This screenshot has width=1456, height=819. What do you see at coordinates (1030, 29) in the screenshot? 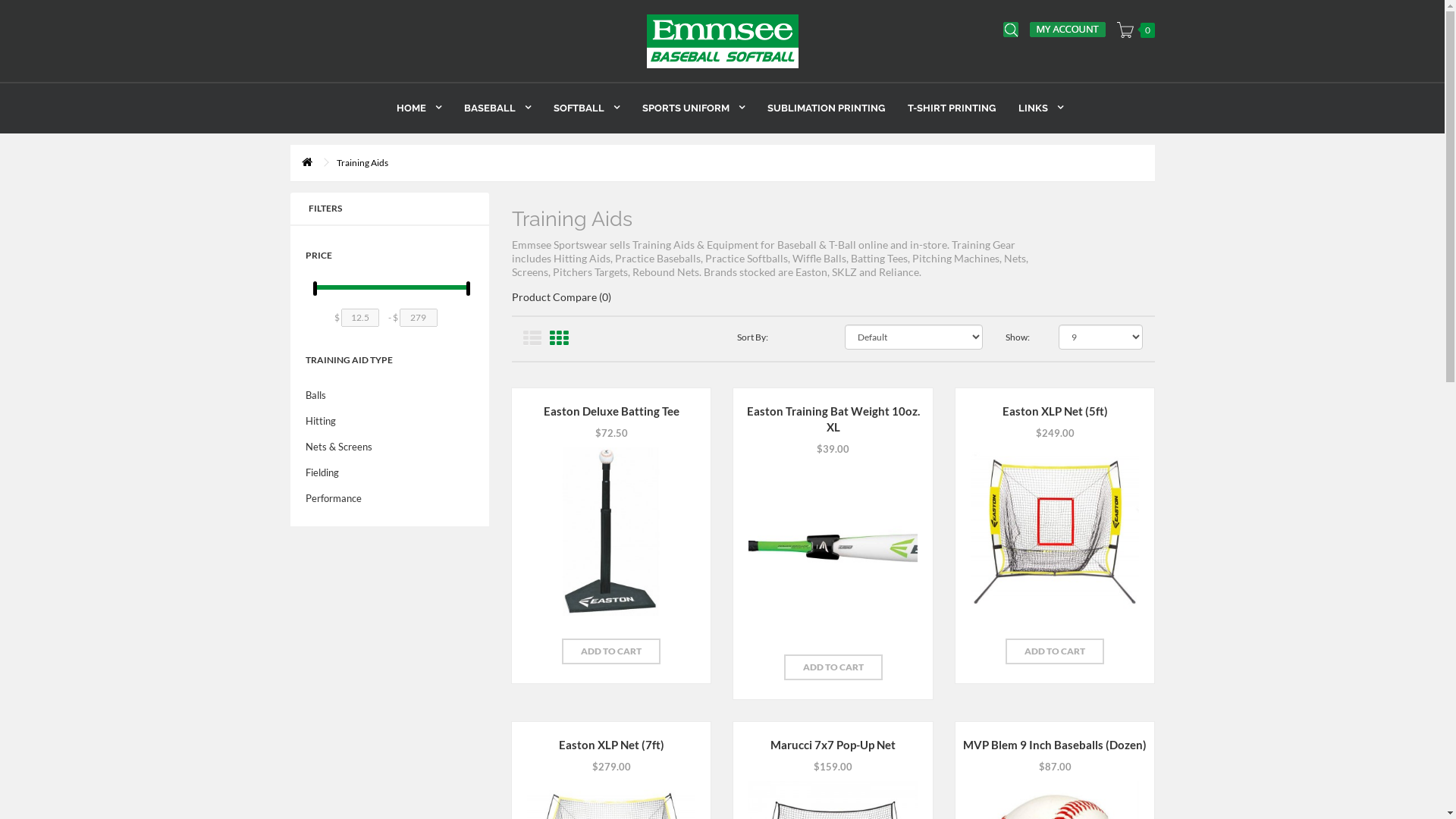
I see `'My Account'` at bounding box center [1030, 29].